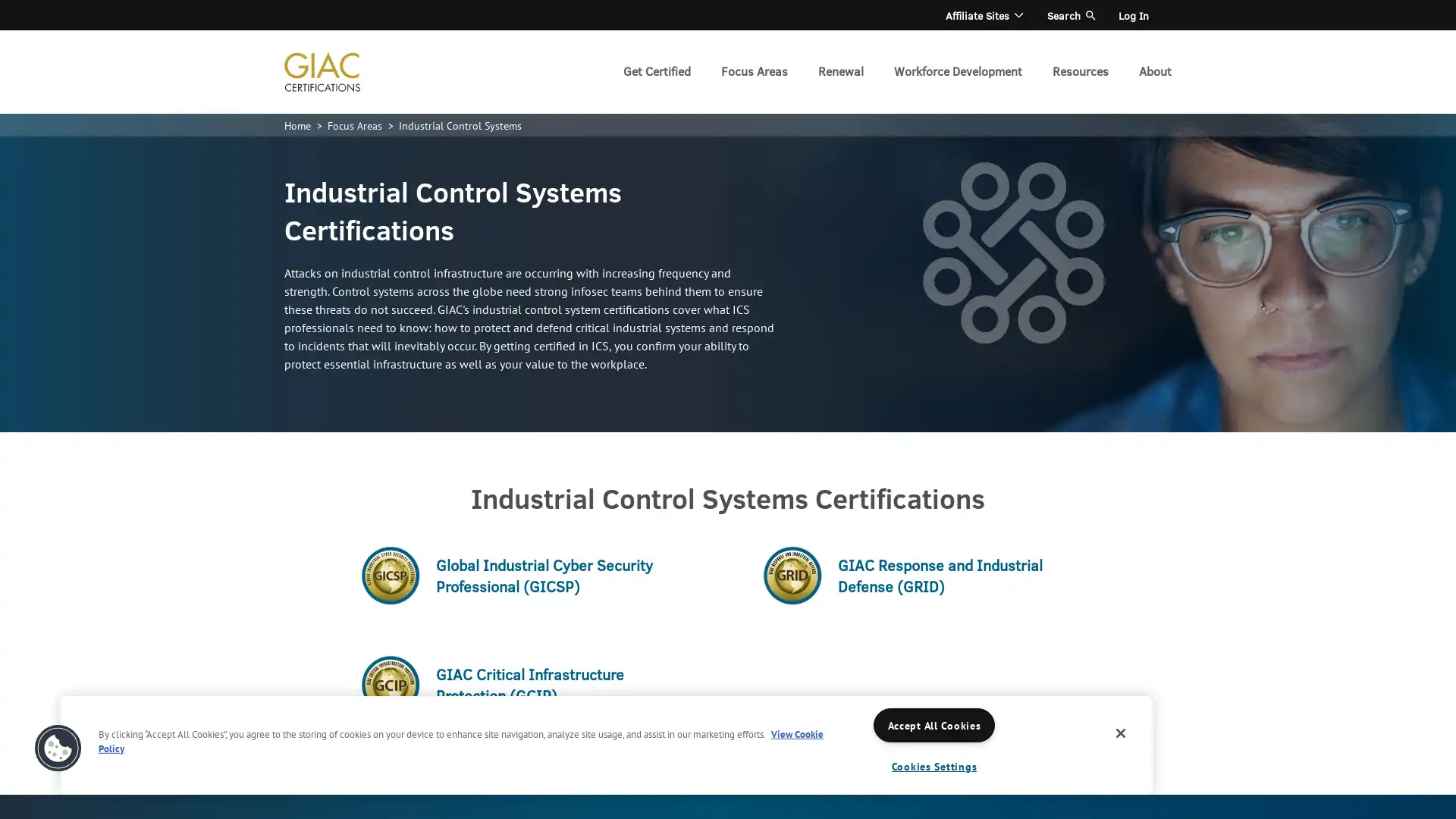  Describe the element at coordinates (1121, 733) in the screenshot. I see `Close` at that location.